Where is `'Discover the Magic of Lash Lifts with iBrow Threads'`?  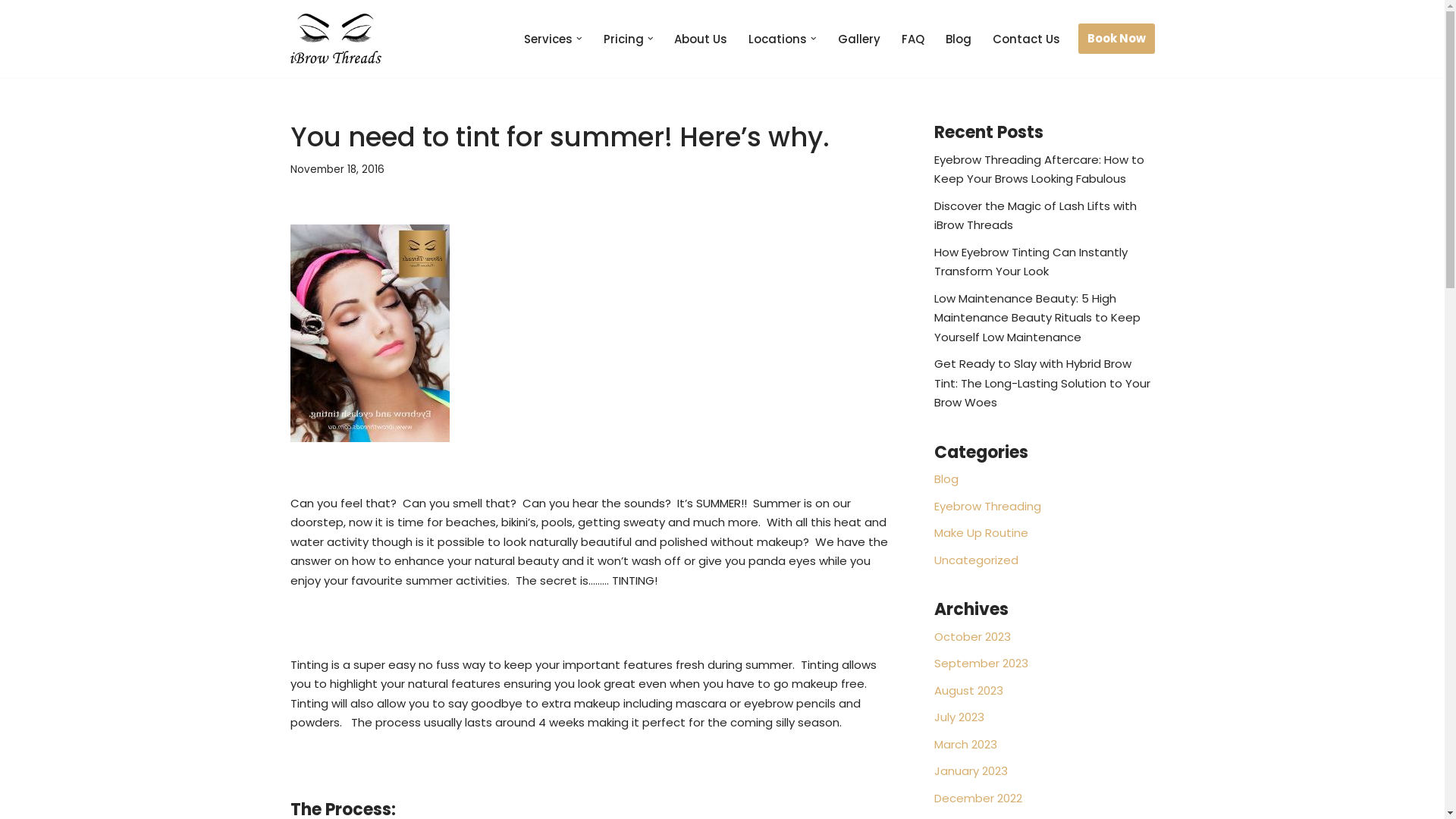
'Discover the Magic of Lash Lifts with iBrow Threads' is located at coordinates (1034, 215).